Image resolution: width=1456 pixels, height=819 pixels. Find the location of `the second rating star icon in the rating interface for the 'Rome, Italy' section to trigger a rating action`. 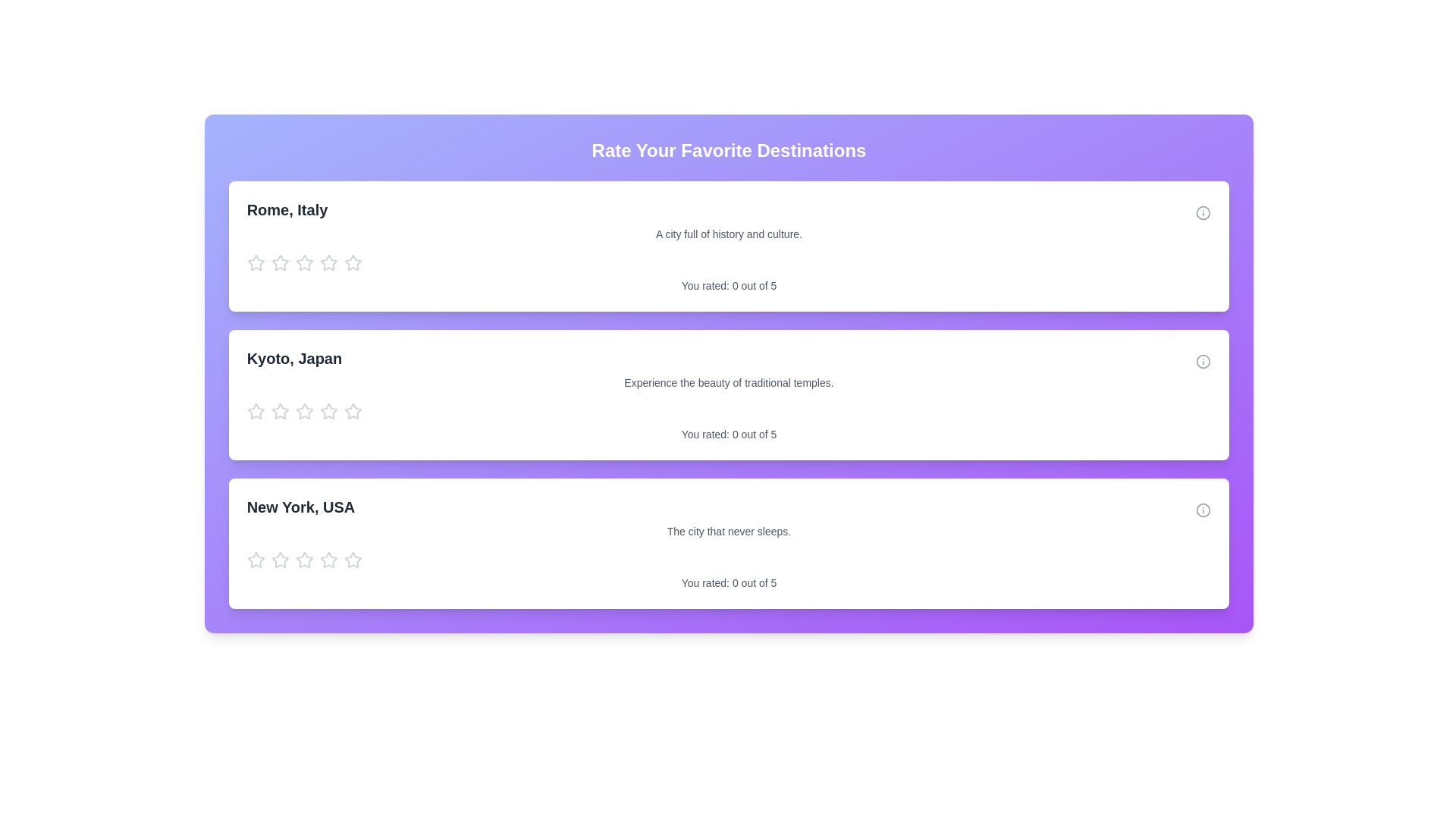

the second rating star icon in the rating interface for the 'Rome, Italy' section to trigger a rating action is located at coordinates (303, 262).